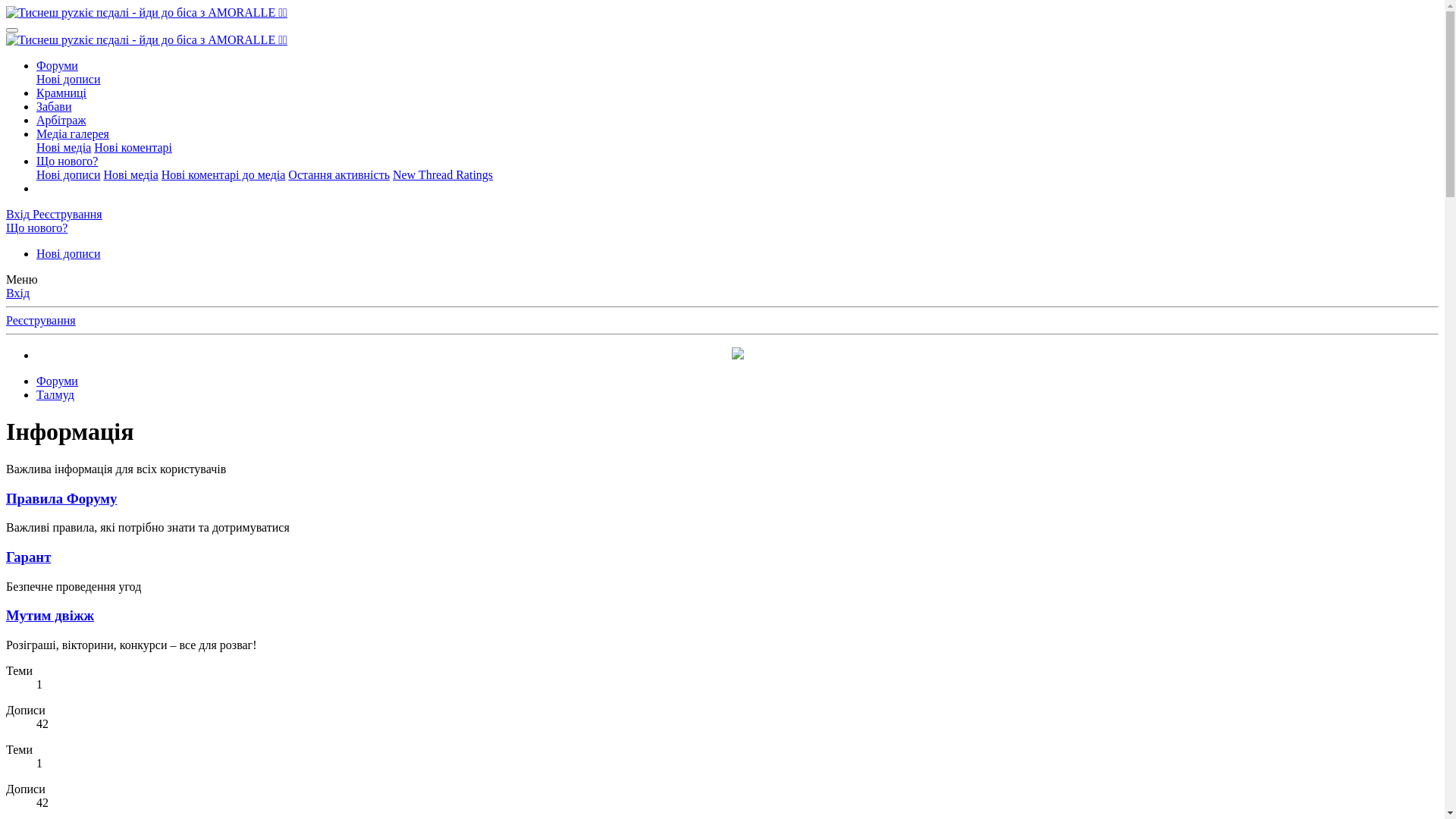  I want to click on 'New Thread Ratings', so click(393, 174).